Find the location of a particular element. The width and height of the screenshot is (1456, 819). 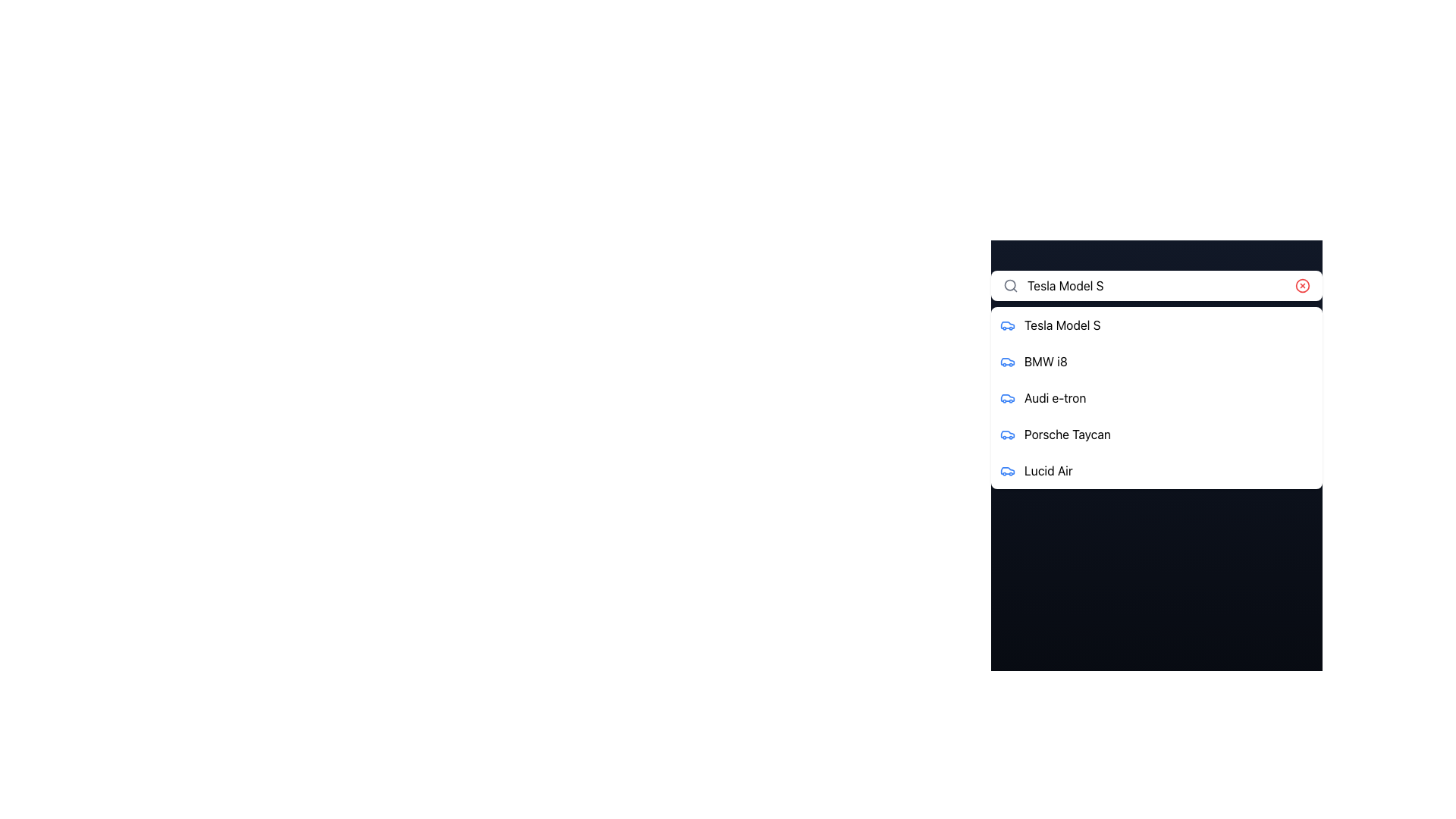

the blue car icon preceding the text 'Lucid Air', which is the fifth icon in the dropdown list of car options is located at coordinates (1008, 470).